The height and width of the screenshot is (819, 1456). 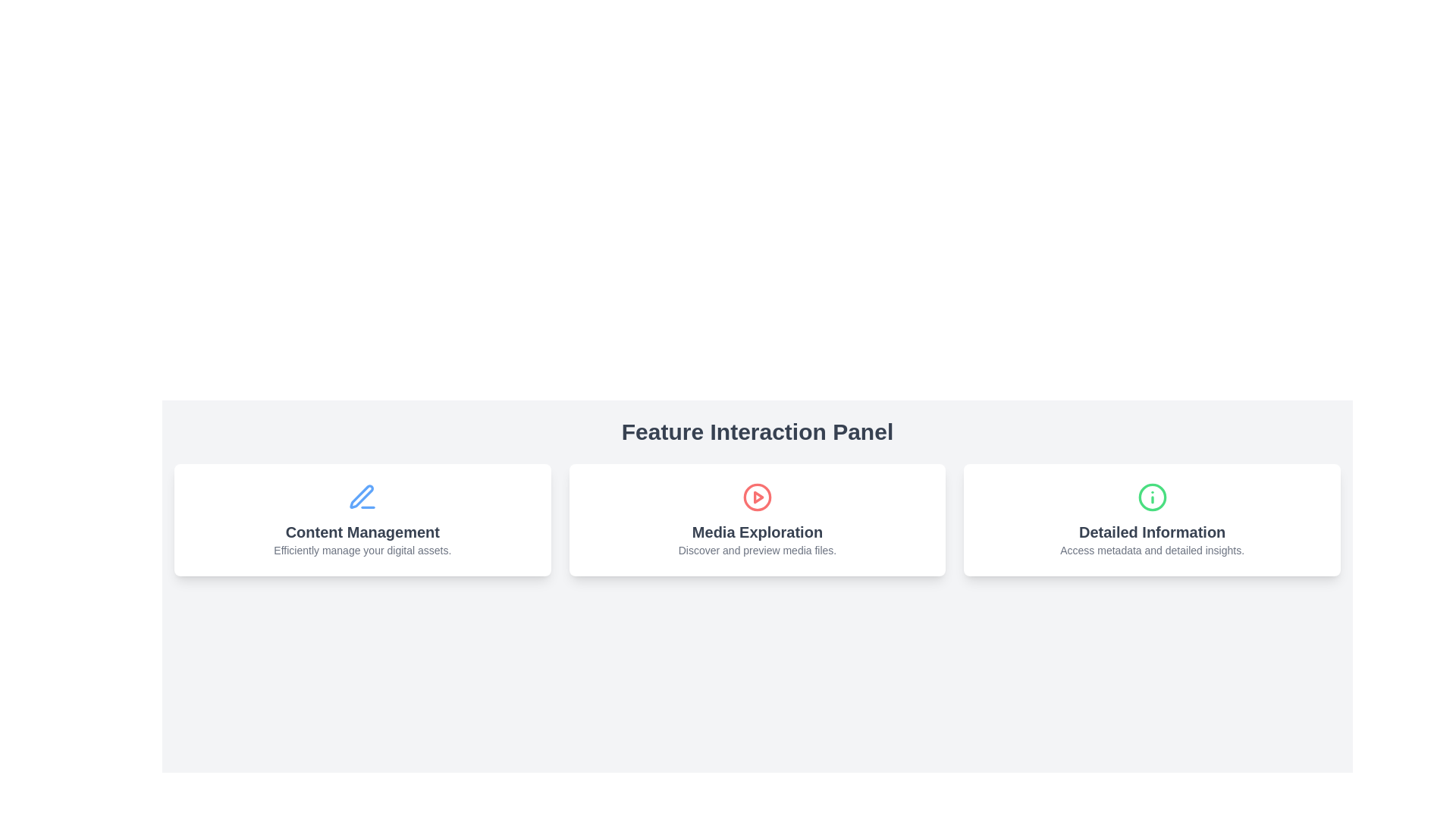 What do you see at coordinates (1152, 532) in the screenshot?
I see `the text label that serves as a title for the rightmost card in a row of three cards` at bounding box center [1152, 532].